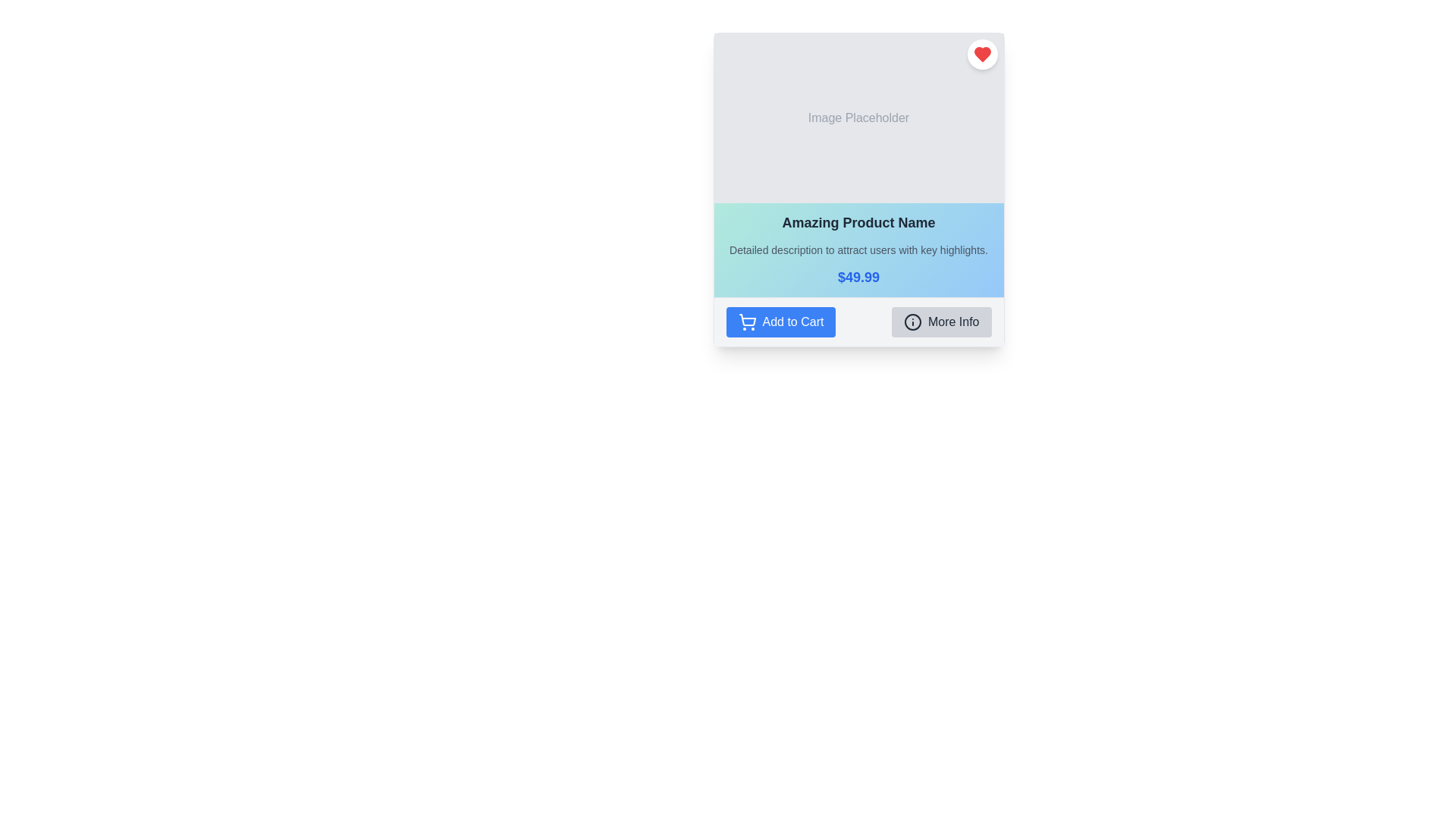 This screenshot has width=1456, height=819. Describe the element at coordinates (912, 321) in the screenshot. I see `the SVG circle element that contributes to the graphical aspect of the 'More Info' button located at the bottom-right corner of the component` at that location.